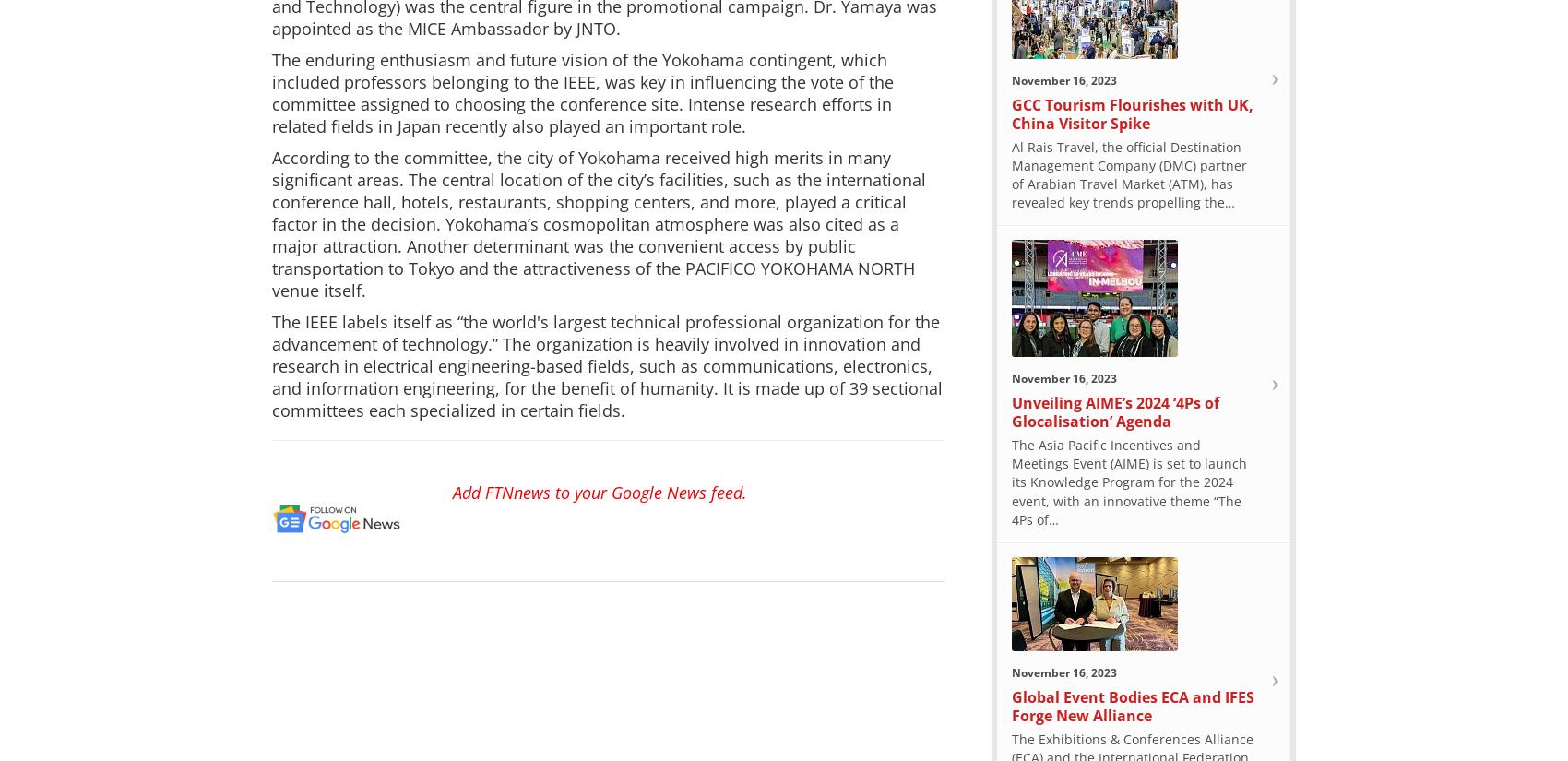 This screenshot has height=761, width=1568. Describe the element at coordinates (599, 222) in the screenshot. I see `'According to the committee, the city of Yokohama received high merits in many significant areas. The central location of the city’s facilities, such as the international conference hall, hotels, restaurants, shopping centers, and more, played a critical factor in the decision. Yokohama’s cosmopolitan atmosphere was also cited as a major attraction. Another determinant was the convenient access by public transportation to Tokyo and the attractiveness of the PACIFICO YOKOHAMA NORTH venue itself.'` at that location.